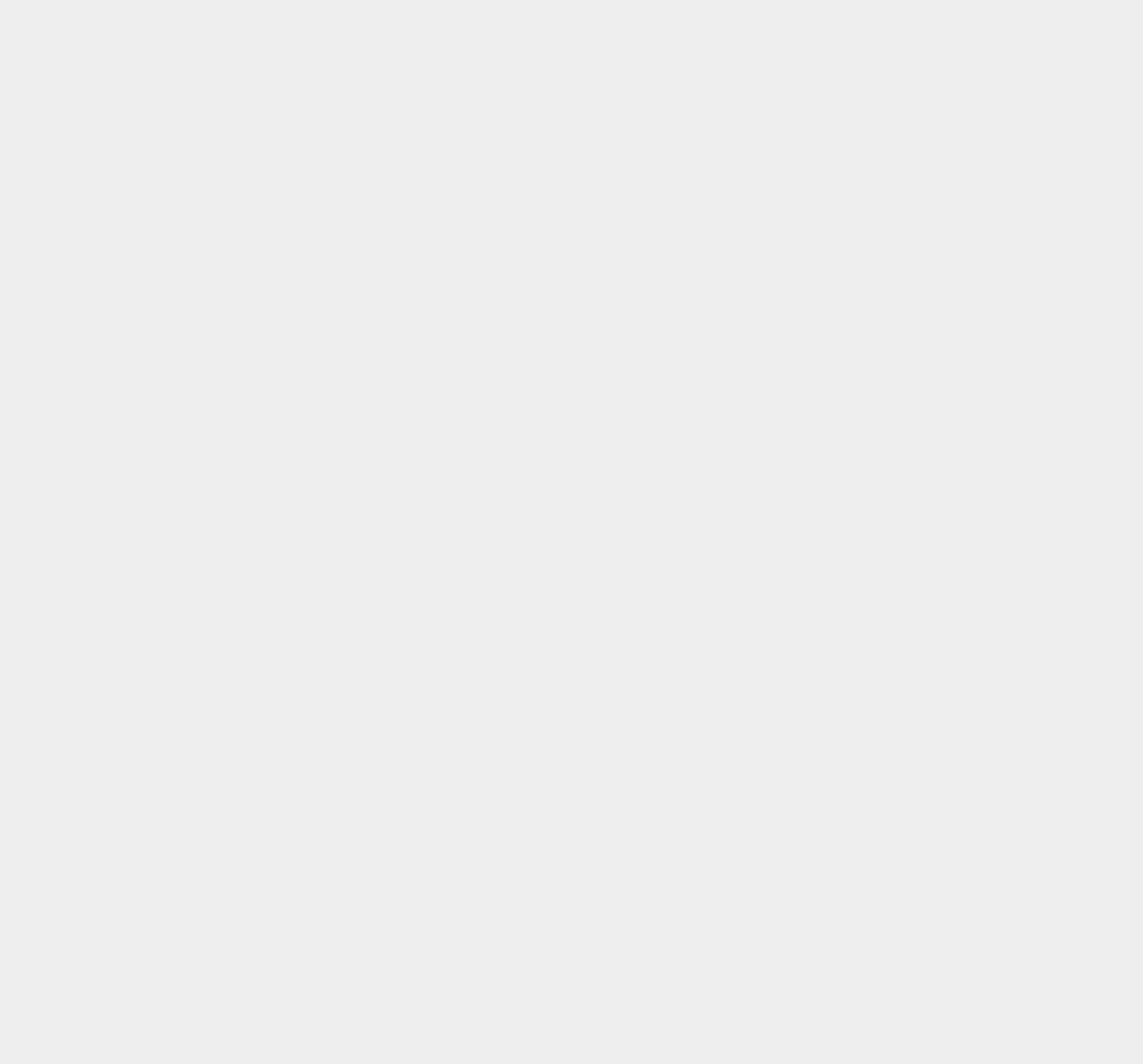 The width and height of the screenshot is (1143, 1064). What do you see at coordinates (839, 28) in the screenshot?
I see `'Instagram'` at bounding box center [839, 28].